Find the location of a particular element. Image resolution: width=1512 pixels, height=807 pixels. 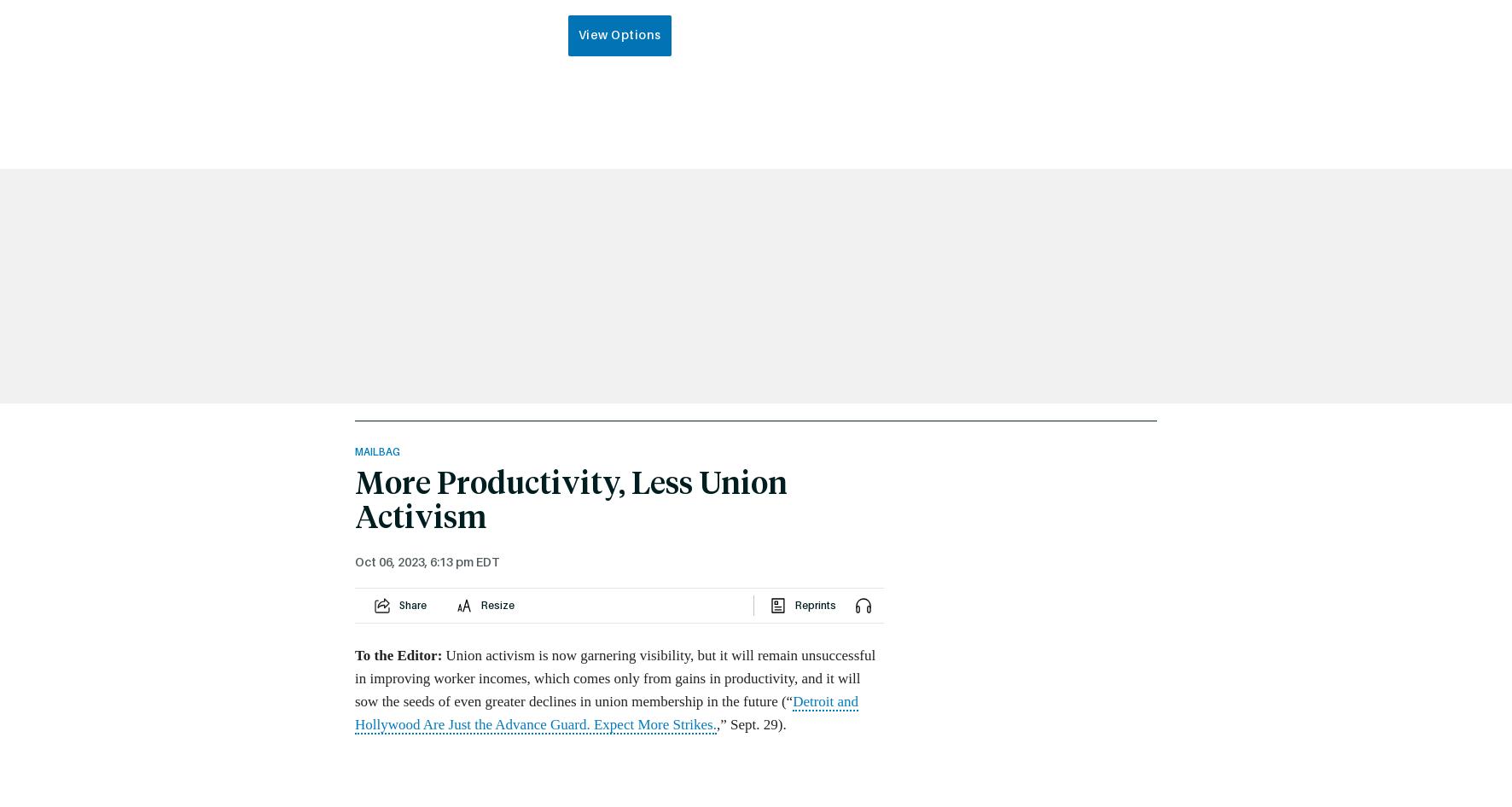

'More Productivity, Less Union Activism' is located at coordinates (570, 501).